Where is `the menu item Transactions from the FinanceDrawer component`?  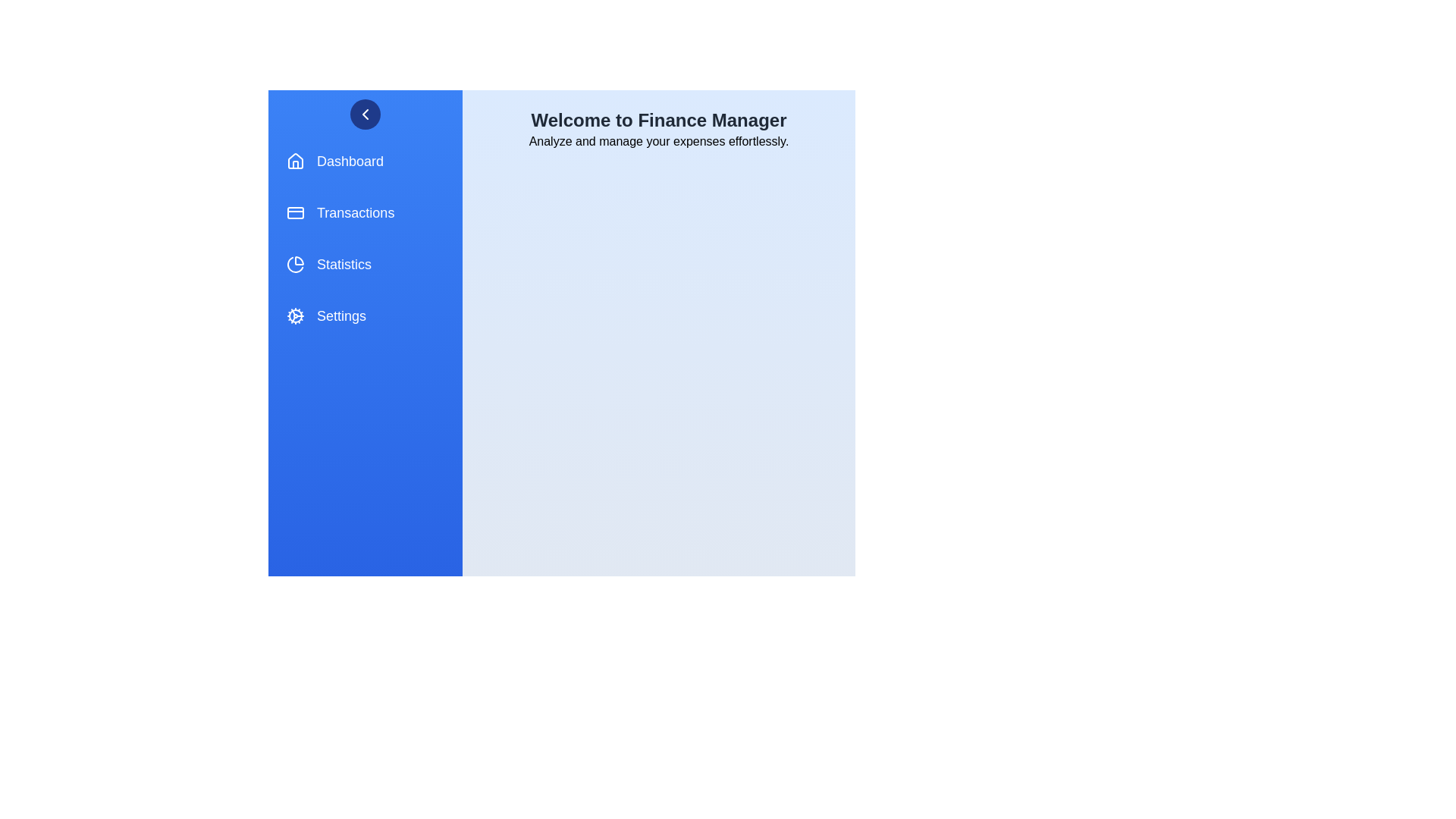
the menu item Transactions from the FinanceDrawer component is located at coordinates (365, 213).